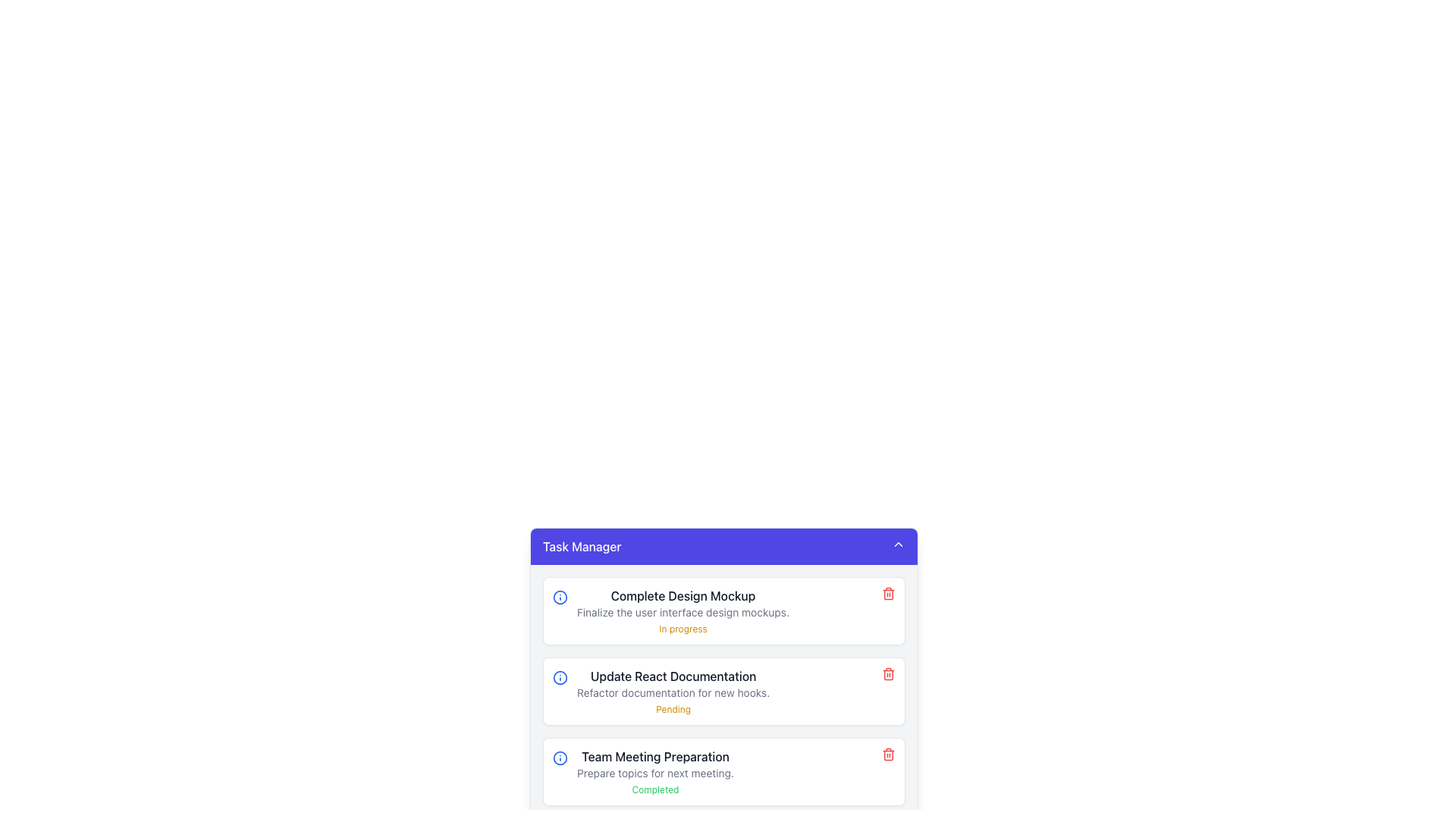  Describe the element at coordinates (655, 772) in the screenshot. I see `the task information Text block that displays the title, description, and completion status` at that location.